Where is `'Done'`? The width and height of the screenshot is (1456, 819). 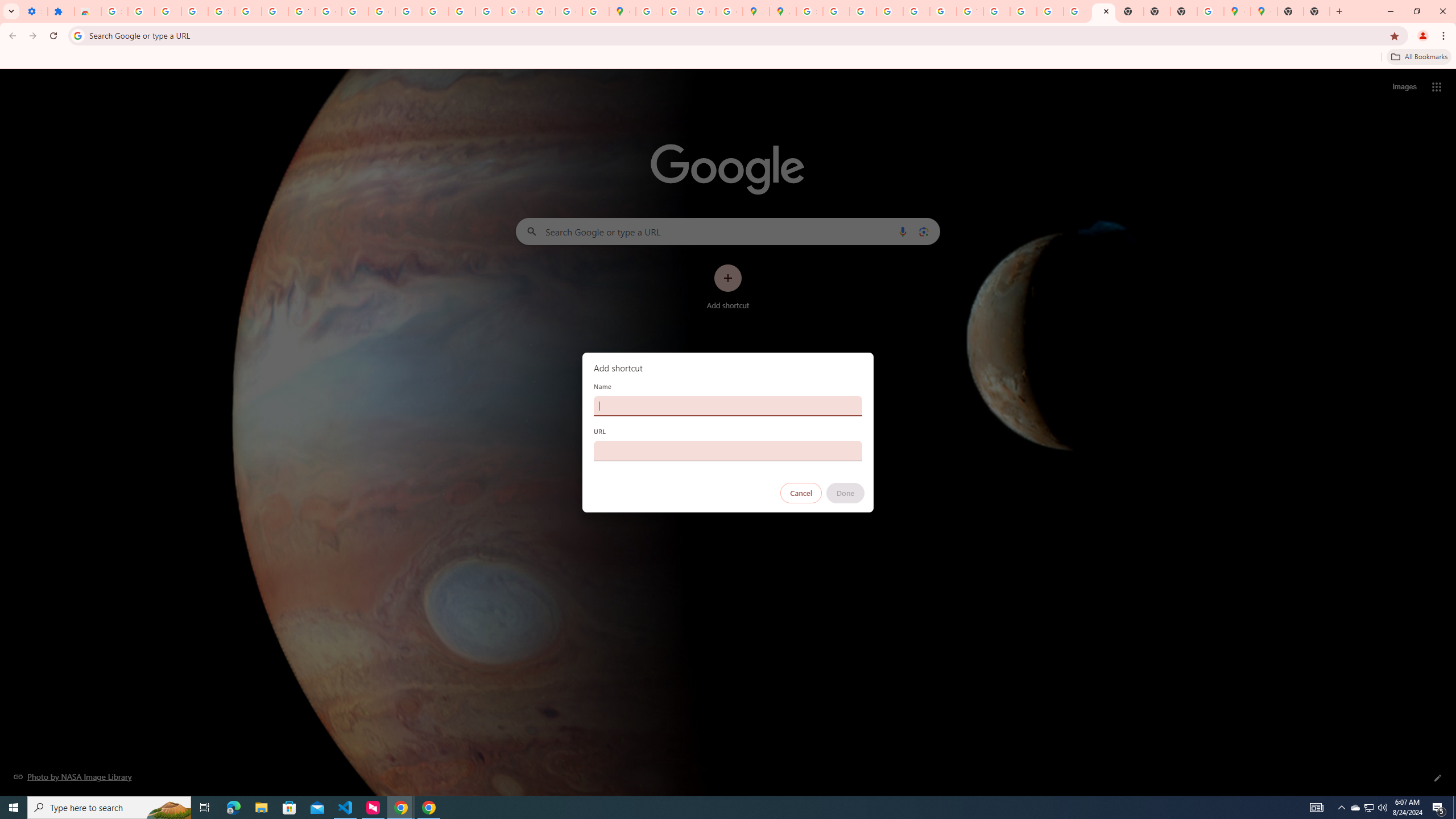 'Done' is located at coordinates (846, 493).